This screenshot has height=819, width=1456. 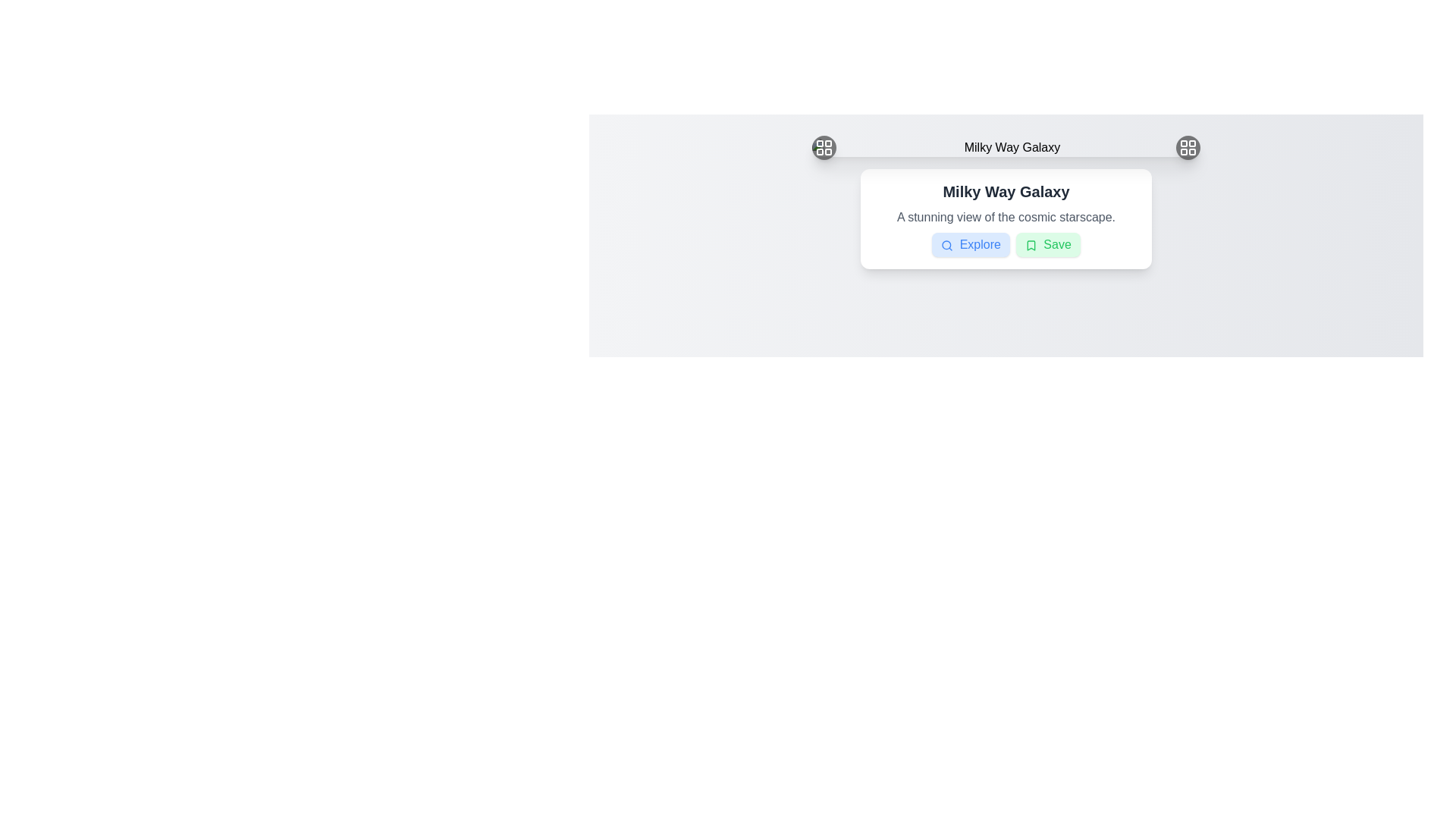 What do you see at coordinates (946, 244) in the screenshot?
I see `the circular part of the magnifying glass icon located in the upper-right corner of the interface` at bounding box center [946, 244].